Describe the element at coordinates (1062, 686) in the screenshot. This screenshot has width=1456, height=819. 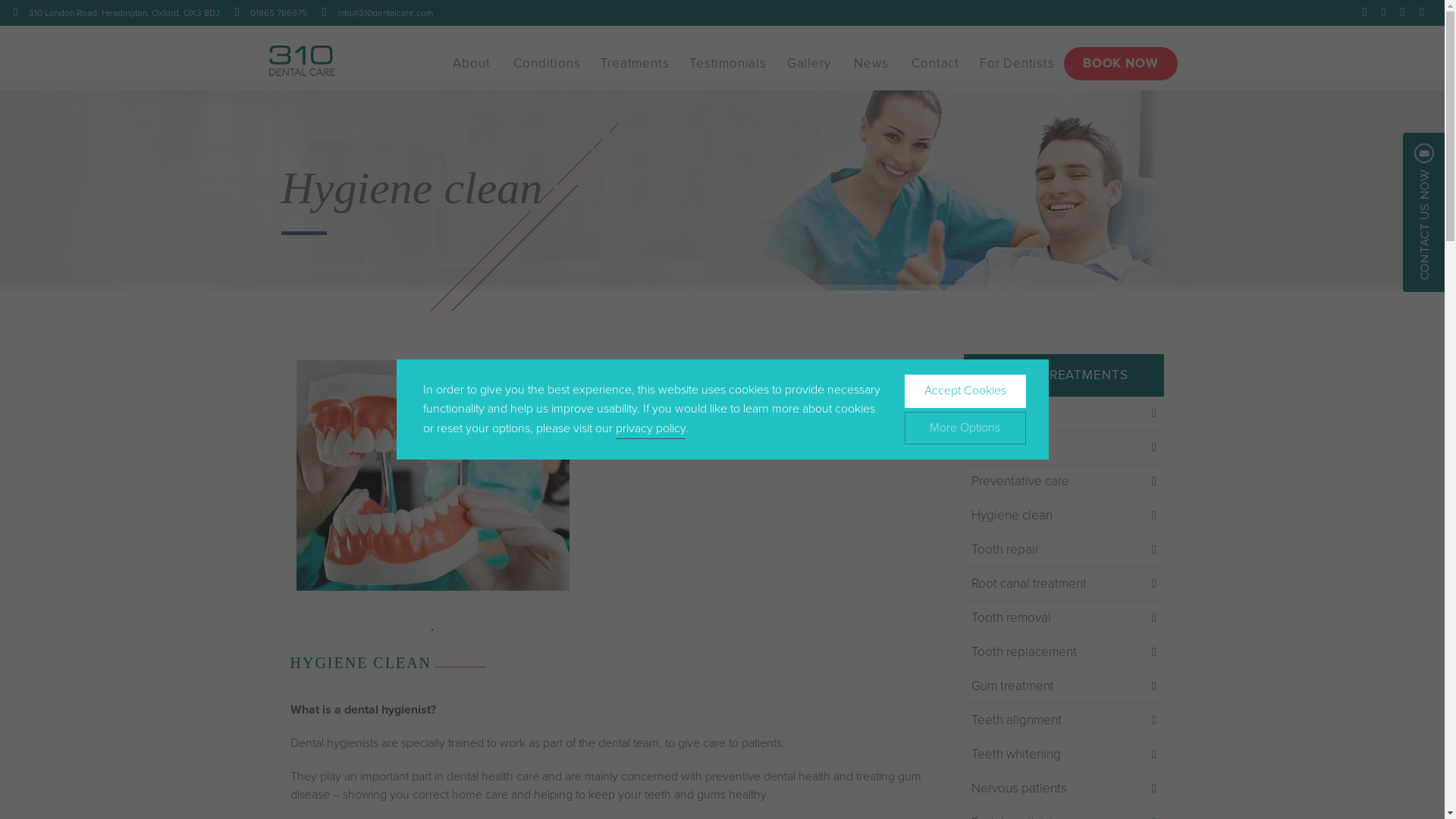
I see `'Gum treatment'` at that location.